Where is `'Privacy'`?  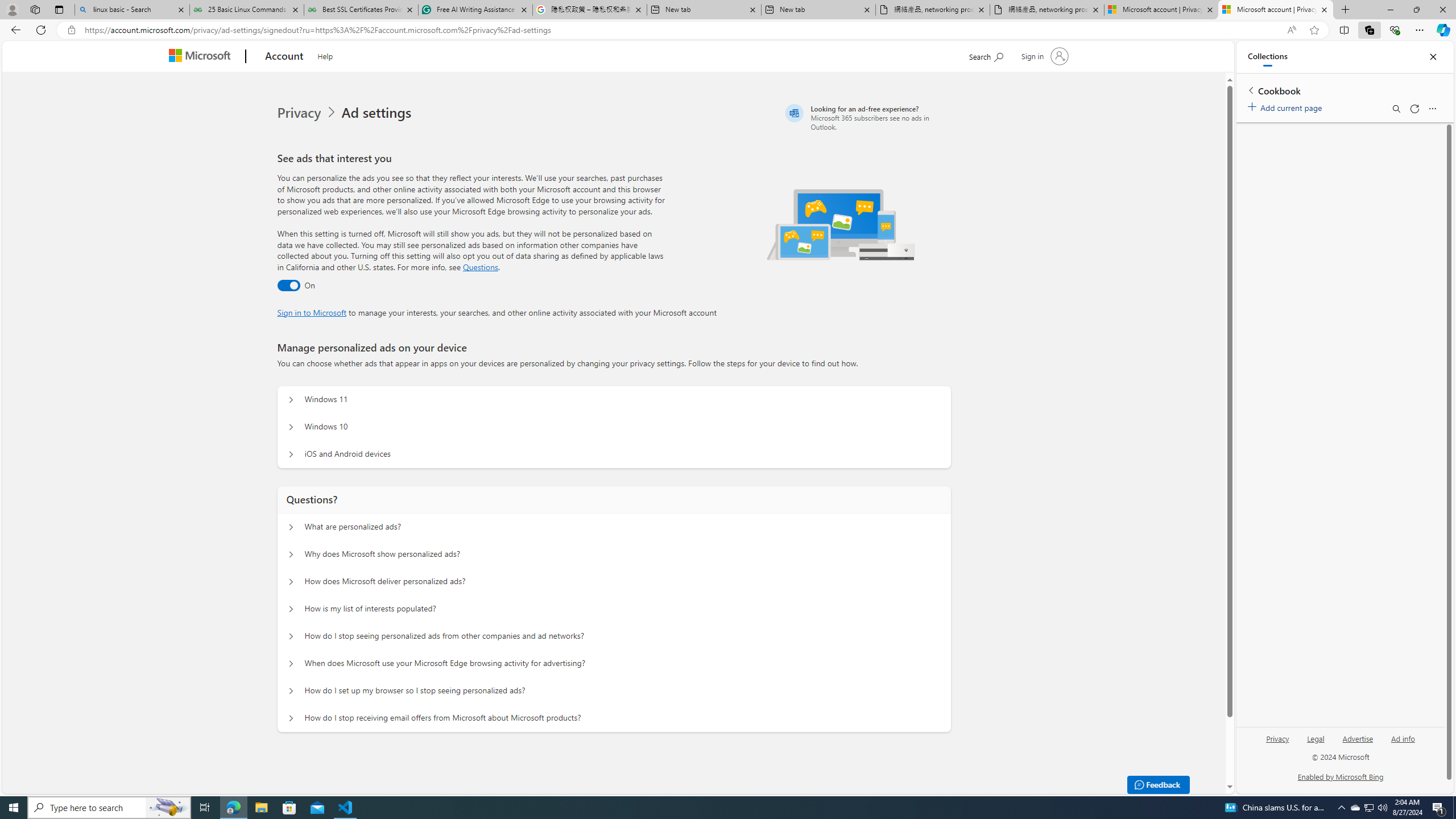
'Privacy' is located at coordinates (1277, 738).